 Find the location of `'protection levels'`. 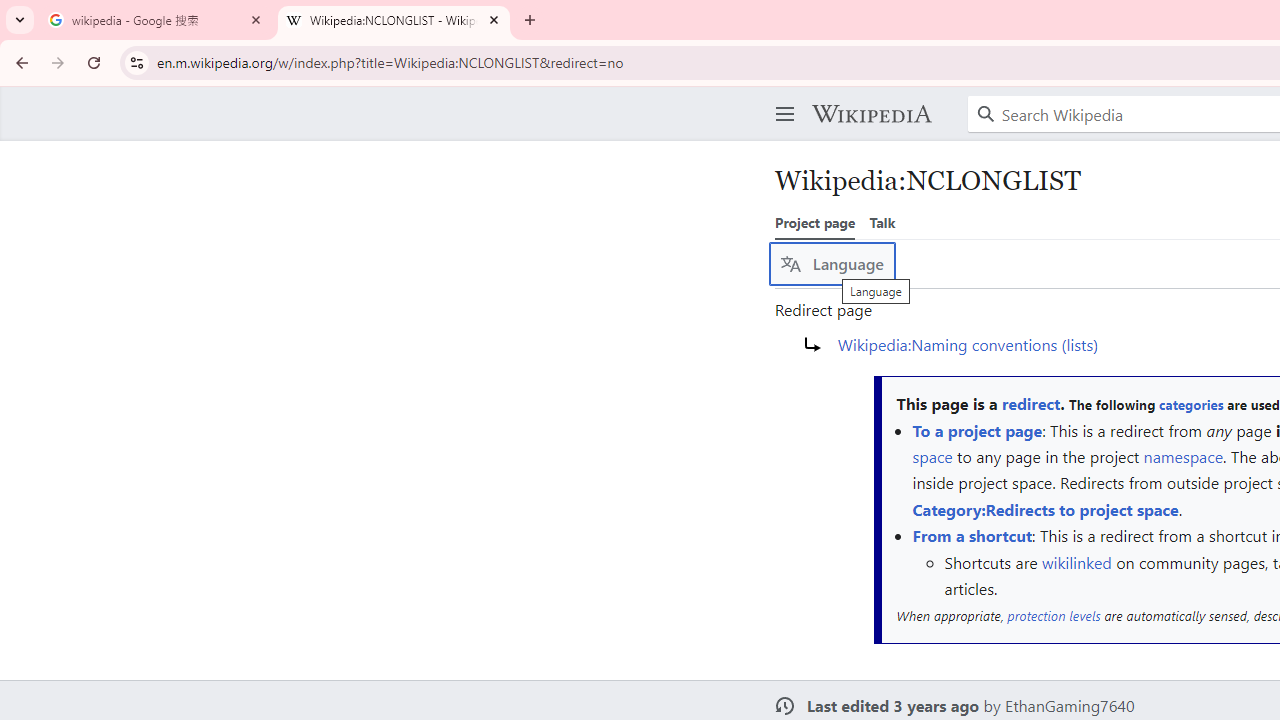

'protection levels' is located at coordinates (1053, 614).